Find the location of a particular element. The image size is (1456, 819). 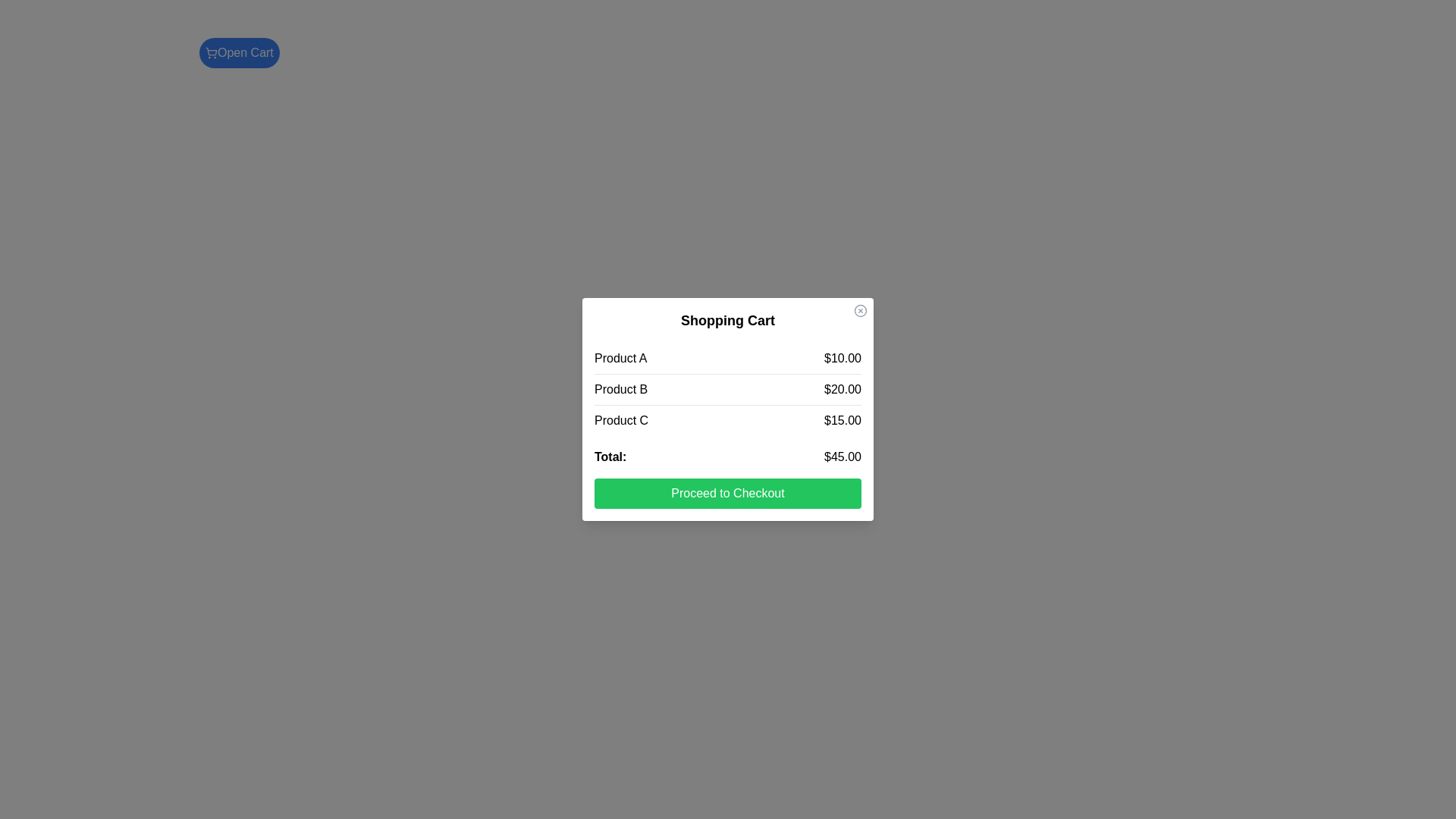

the outer circle of the cross-icon in the top-right corner of the shopping cart dialog by clicking on it is located at coordinates (860, 309).